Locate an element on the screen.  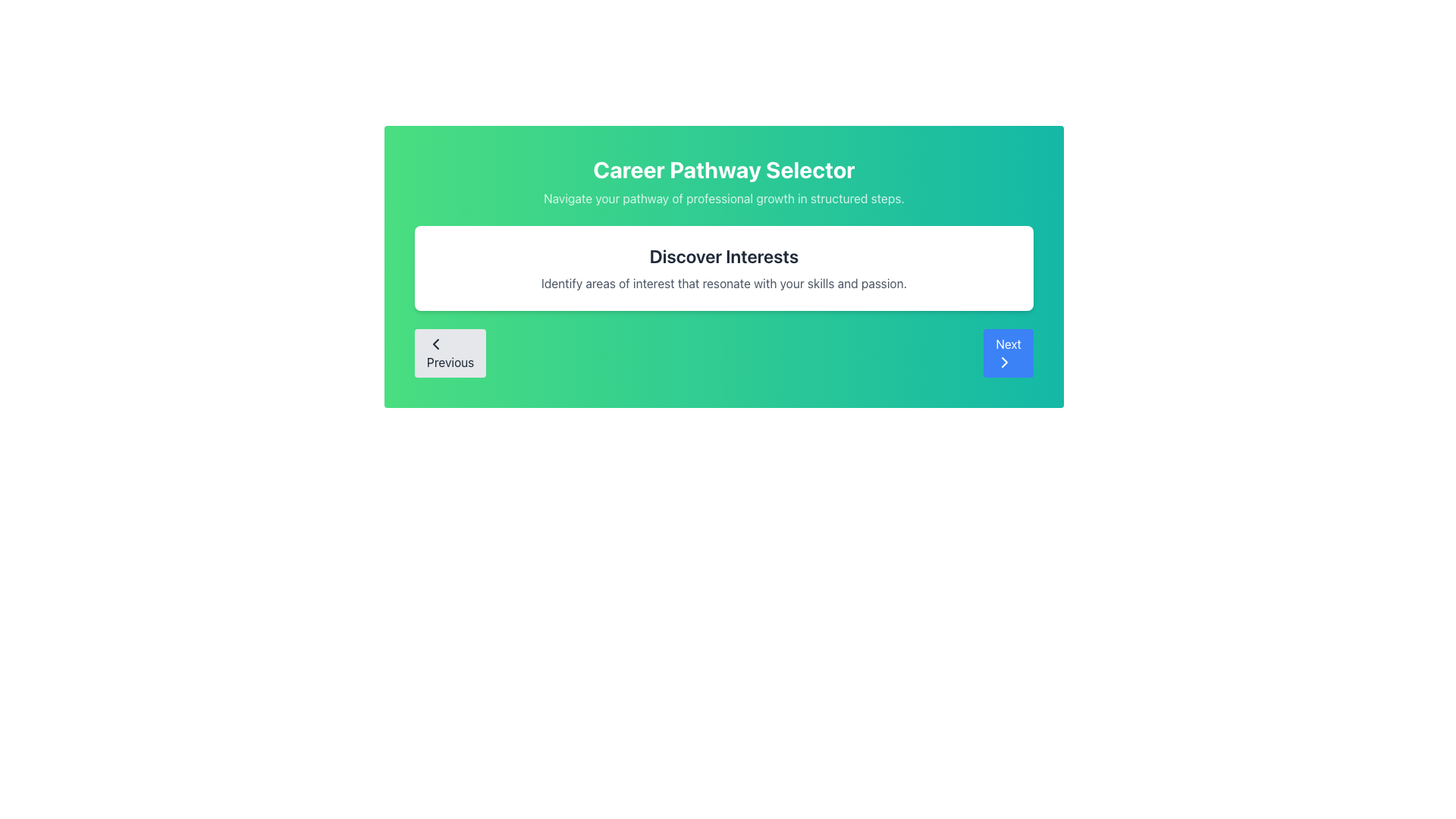
the static text element that reads 'Identify areas of interest that resonate with your skills and passion.', which is positioned directly below the header 'Discover Interests' is located at coordinates (723, 284).